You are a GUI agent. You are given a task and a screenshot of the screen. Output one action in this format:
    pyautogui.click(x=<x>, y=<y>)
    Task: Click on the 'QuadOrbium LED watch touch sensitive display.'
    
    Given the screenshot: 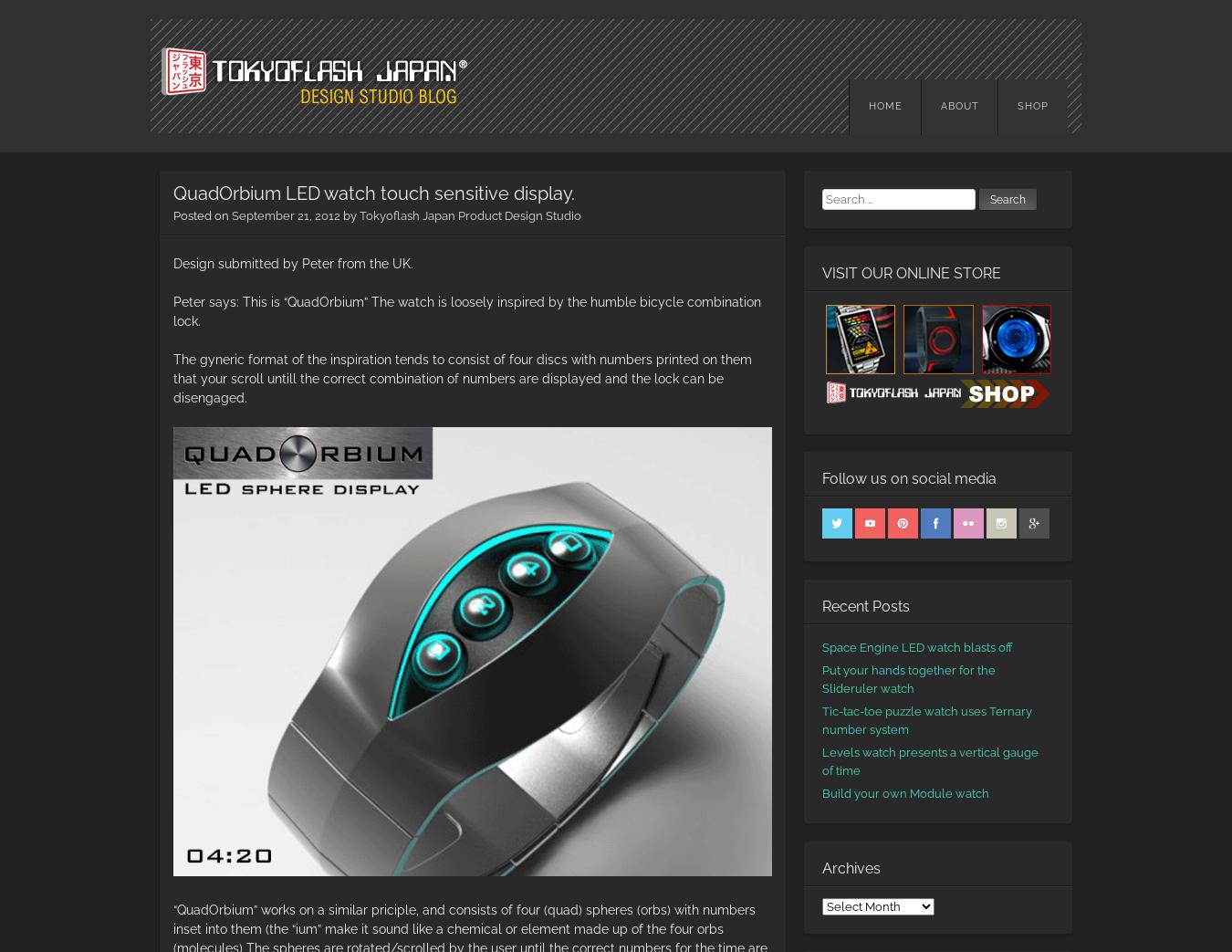 What is the action you would take?
    pyautogui.click(x=373, y=193)
    